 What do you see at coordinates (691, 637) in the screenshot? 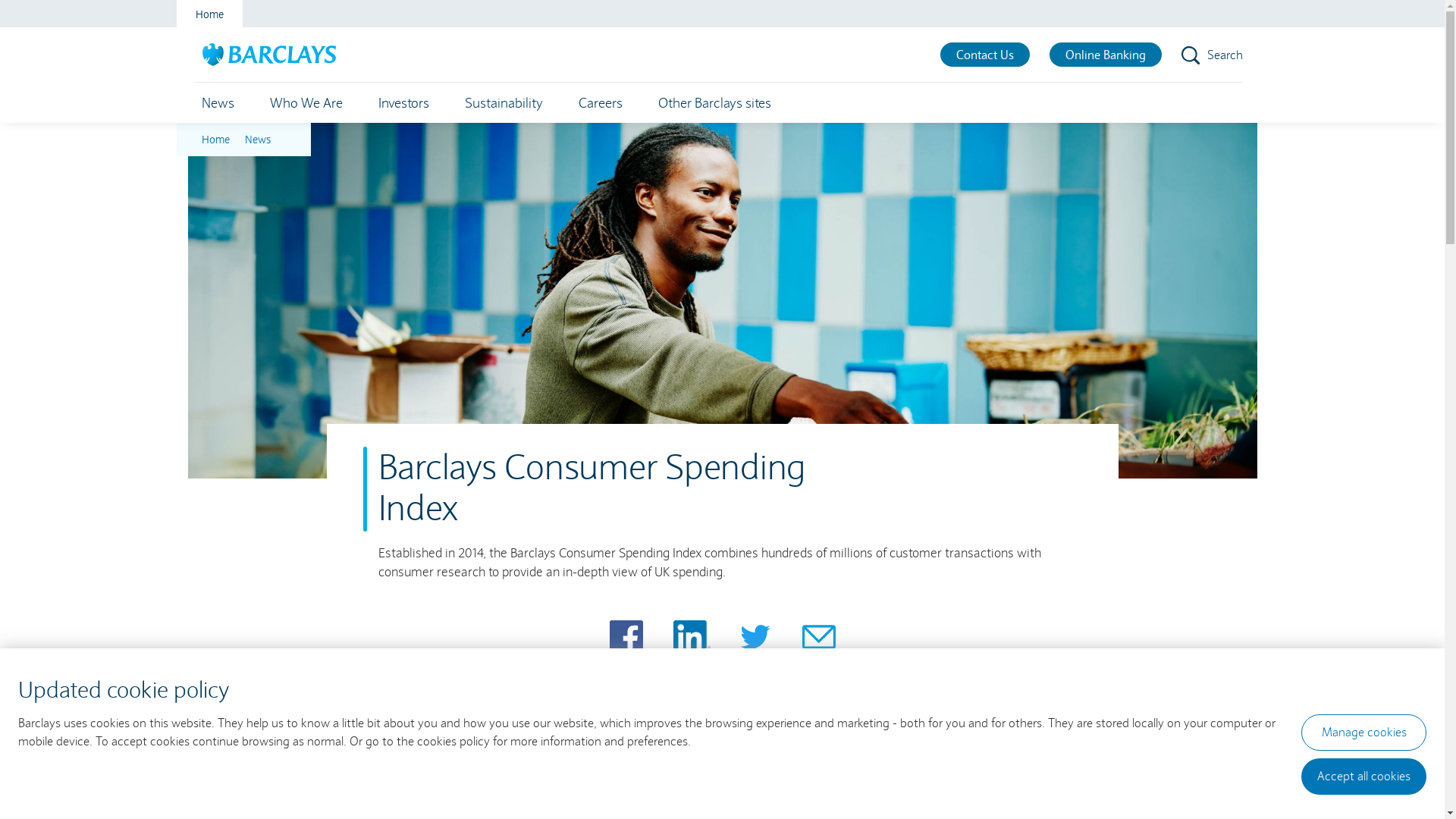
I see `'Share page via LinkedIn'` at bounding box center [691, 637].